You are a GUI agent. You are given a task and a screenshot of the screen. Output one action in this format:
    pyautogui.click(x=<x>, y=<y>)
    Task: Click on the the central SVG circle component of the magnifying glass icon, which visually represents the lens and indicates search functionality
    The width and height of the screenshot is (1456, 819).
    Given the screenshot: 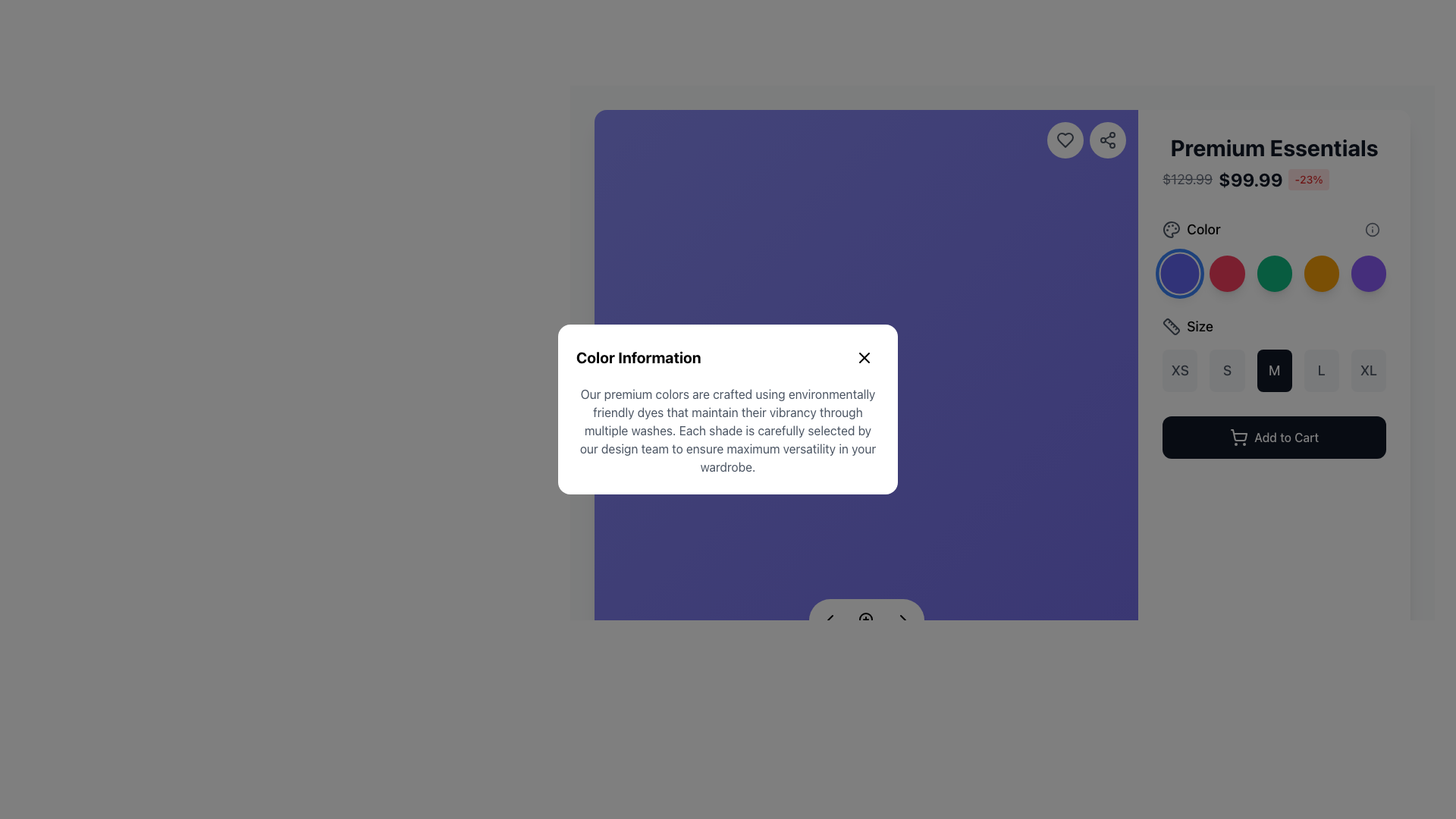 What is the action you would take?
    pyautogui.click(x=865, y=620)
    